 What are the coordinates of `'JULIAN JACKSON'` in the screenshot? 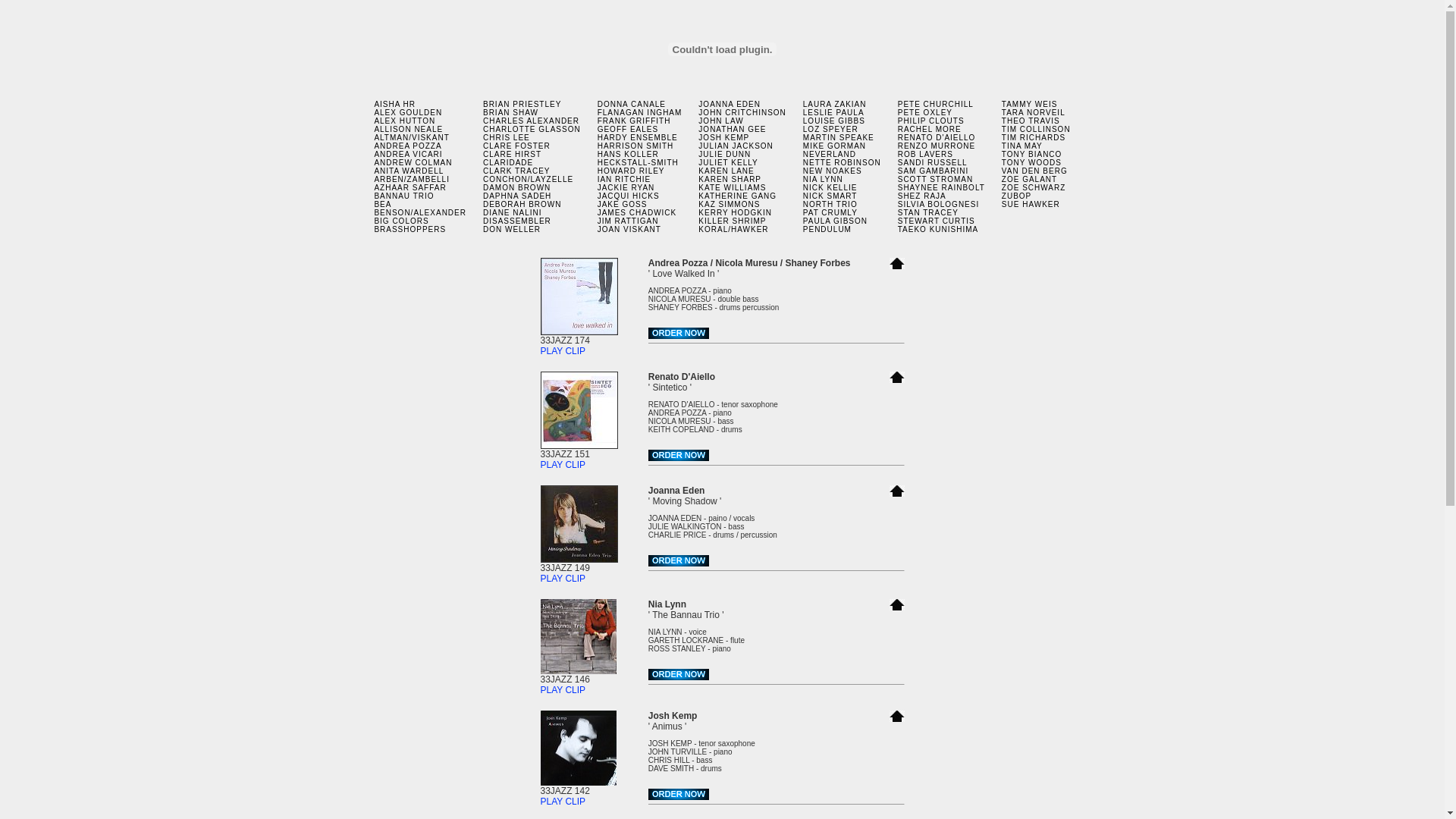 It's located at (735, 146).